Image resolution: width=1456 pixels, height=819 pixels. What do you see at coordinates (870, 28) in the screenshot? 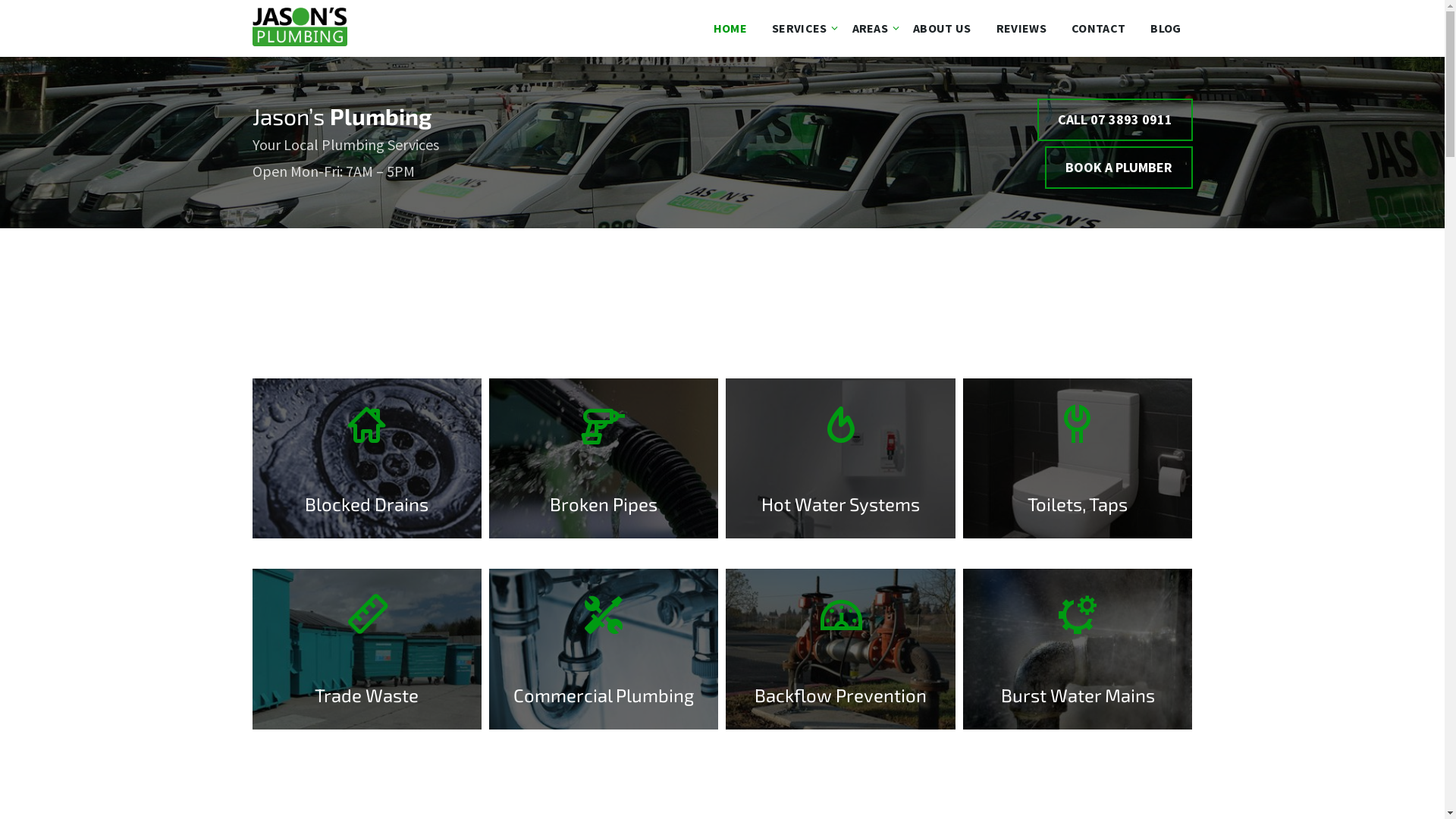
I see `'AREAS'` at bounding box center [870, 28].